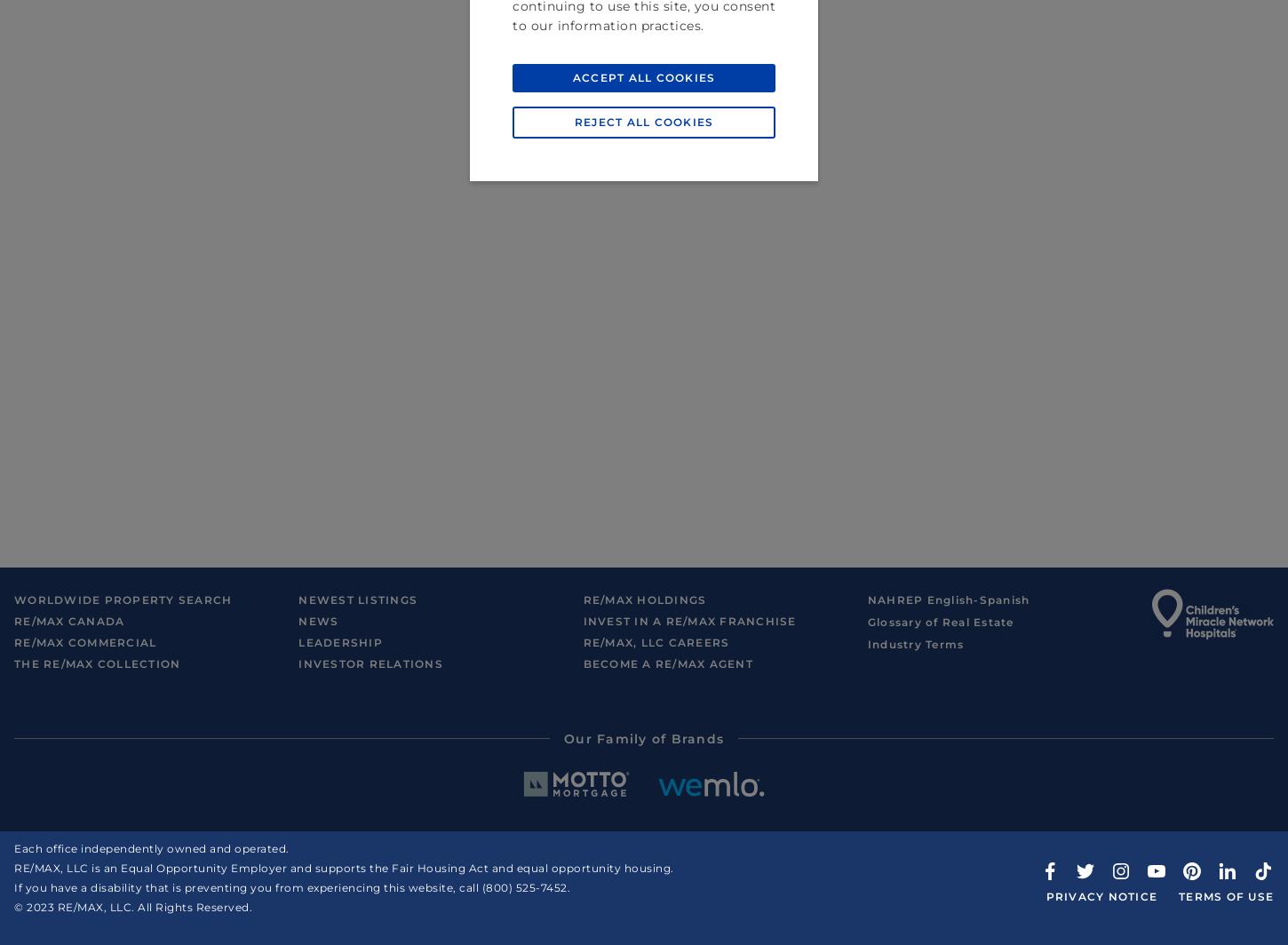 The height and width of the screenshot is (945, 1288). Describe the element at coordinates (656, 642) in the screenshot. I see `'RE/MAX, LLC Careers'` at that location.